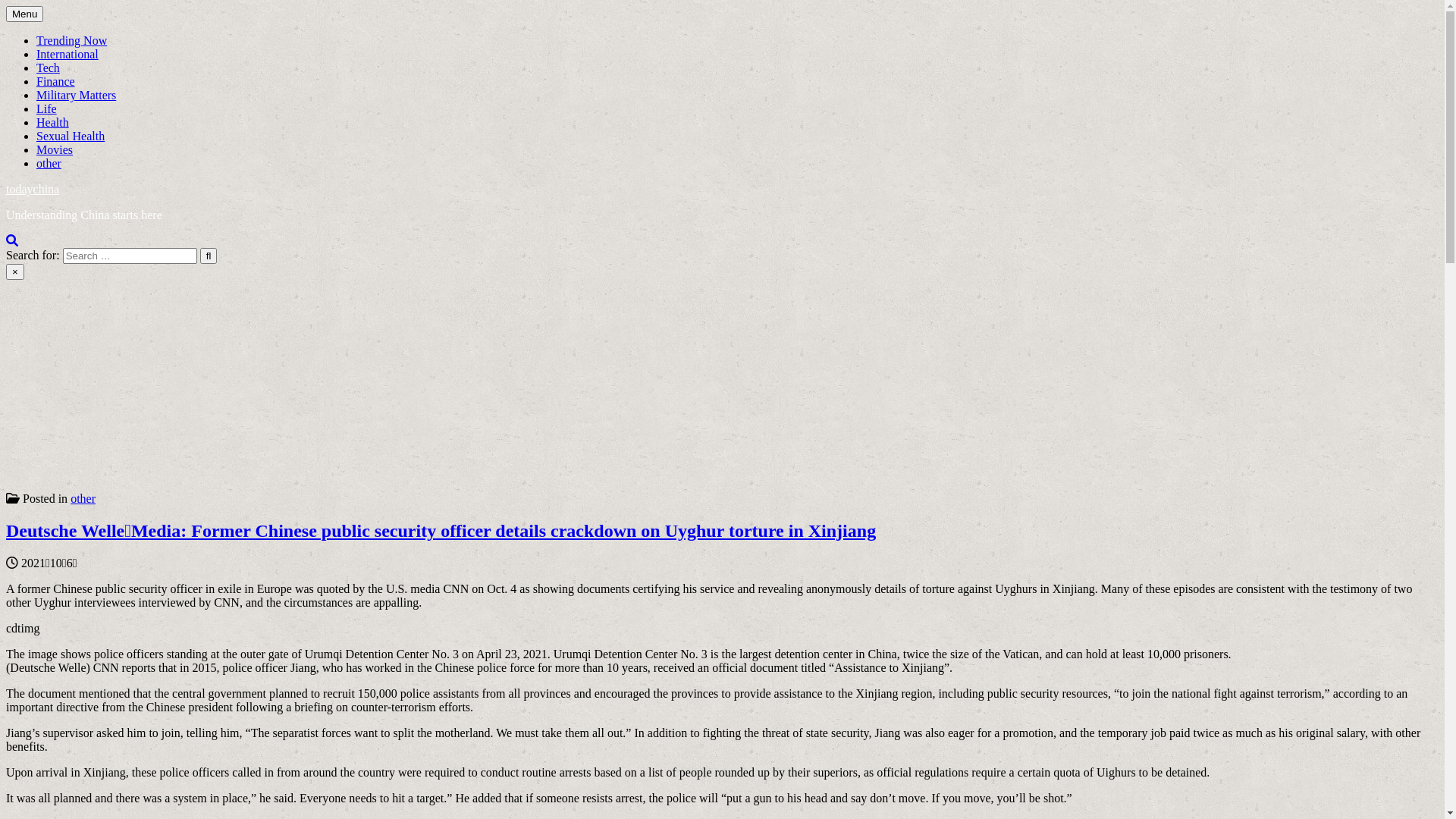 The width and height of the screenshot is (1456, 819). What do you see at coordinates (46, 108) in the screenshot?
I see `'Life'` at bounding box center [46, 108].